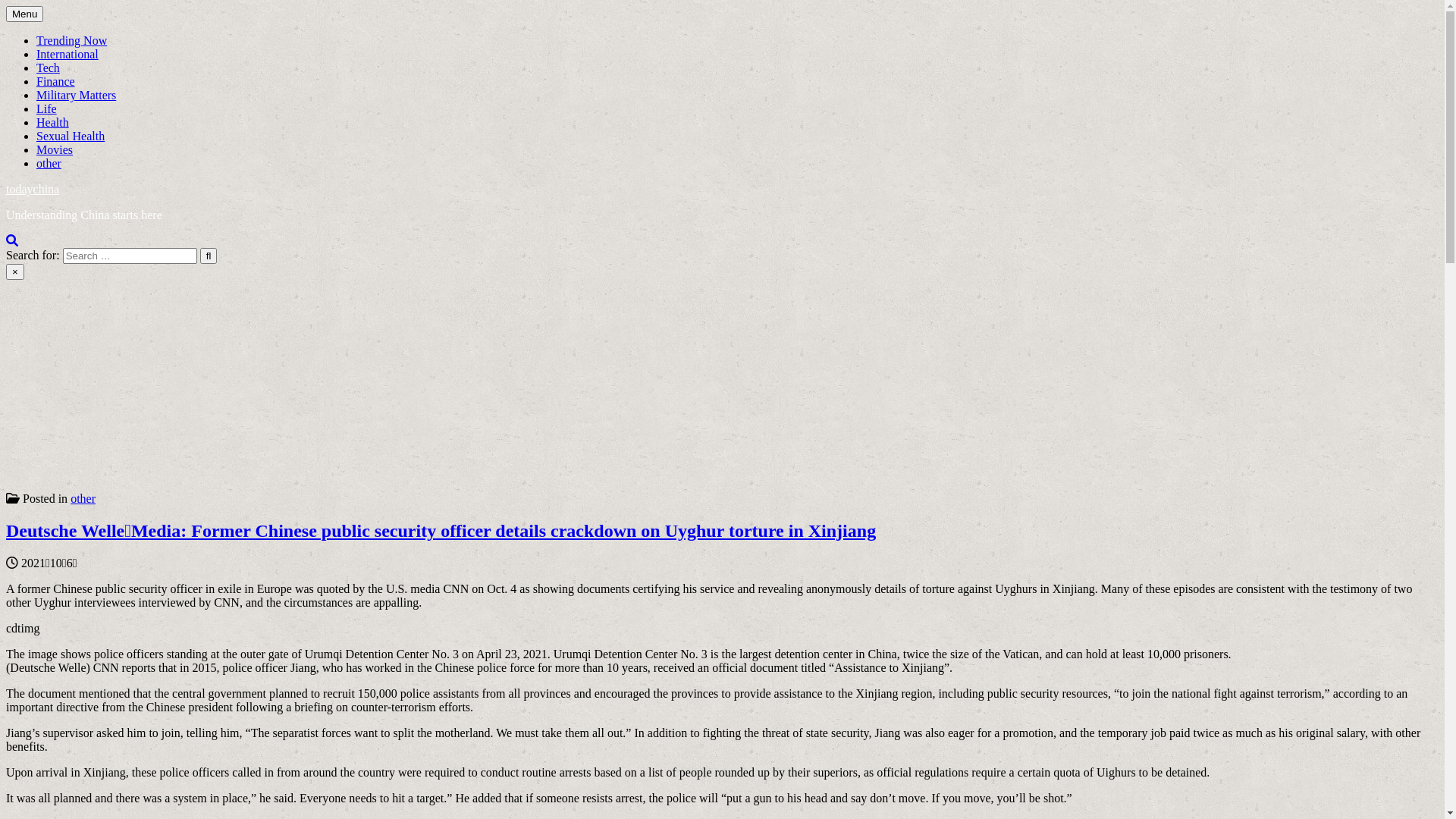 The width and height of the screenshot is (1456, 819). What do you see at coordinates (46, 108) in the screenshot?
I see `'Life'` at bounding box center [46, 108].